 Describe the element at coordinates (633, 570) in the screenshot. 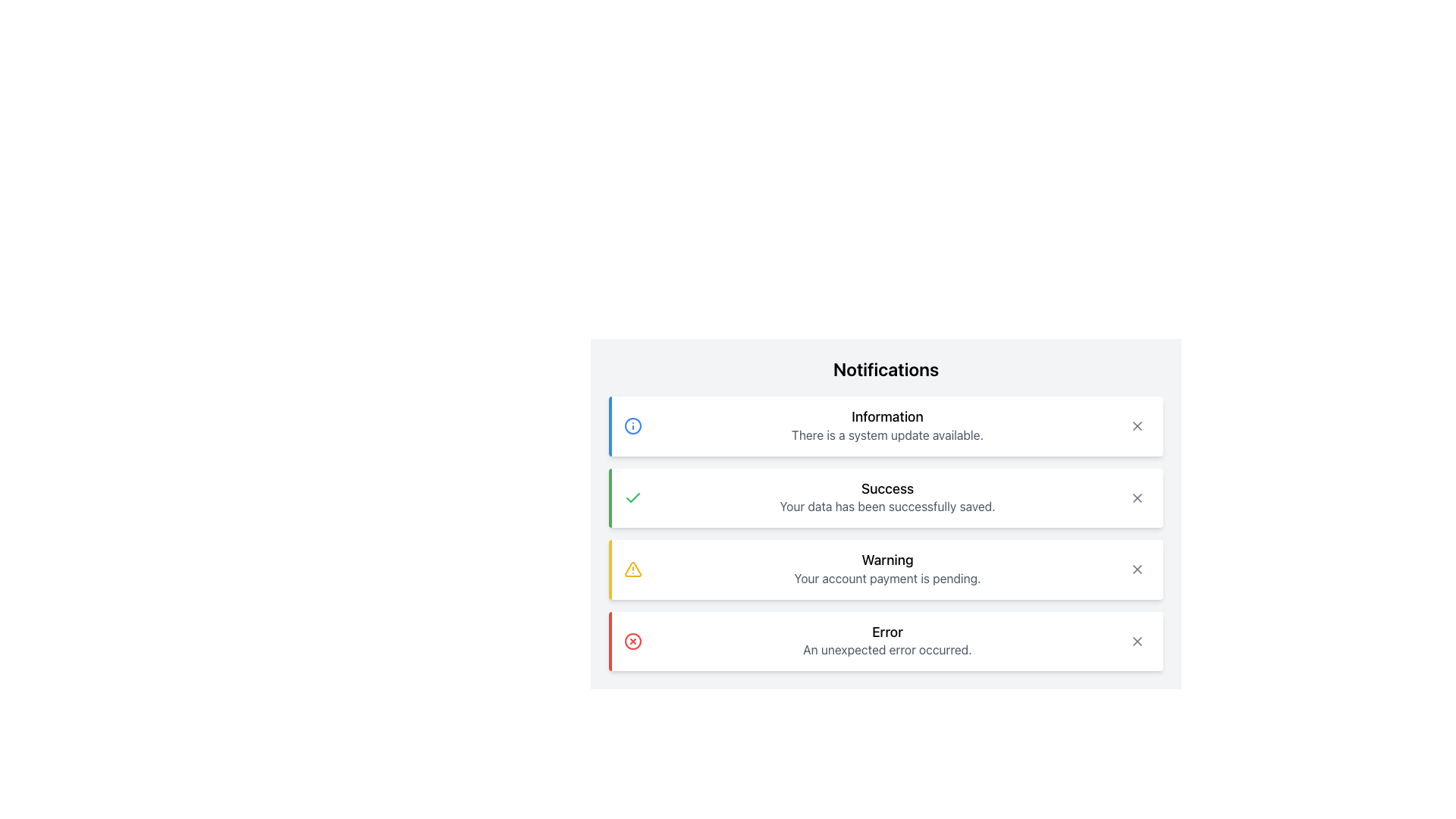

I see `the warning icon located at the left side of the 'Warning' notification box, which is the leftmost component preceding the text content` at that location.